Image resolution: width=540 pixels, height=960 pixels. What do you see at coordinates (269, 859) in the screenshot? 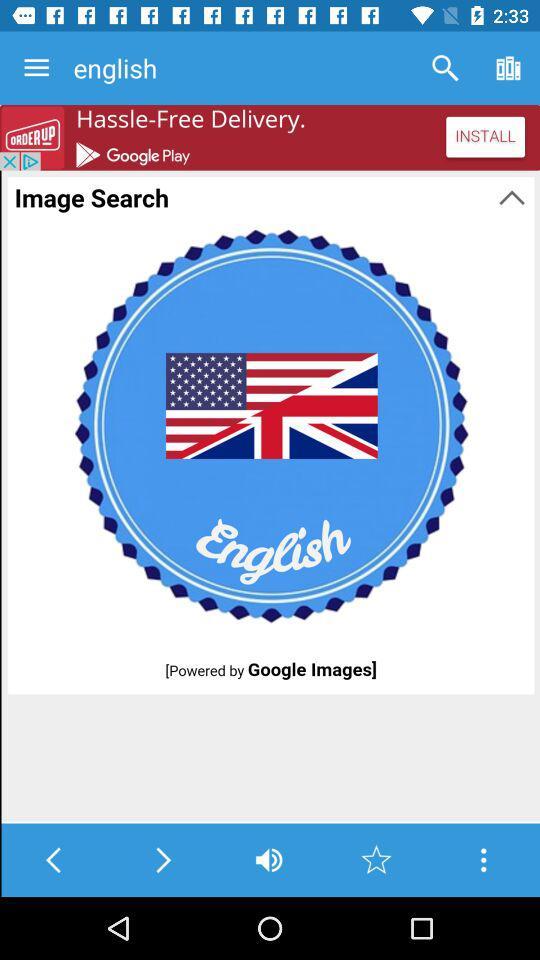
I see `adjust volume` at bounding box center [269, 859].